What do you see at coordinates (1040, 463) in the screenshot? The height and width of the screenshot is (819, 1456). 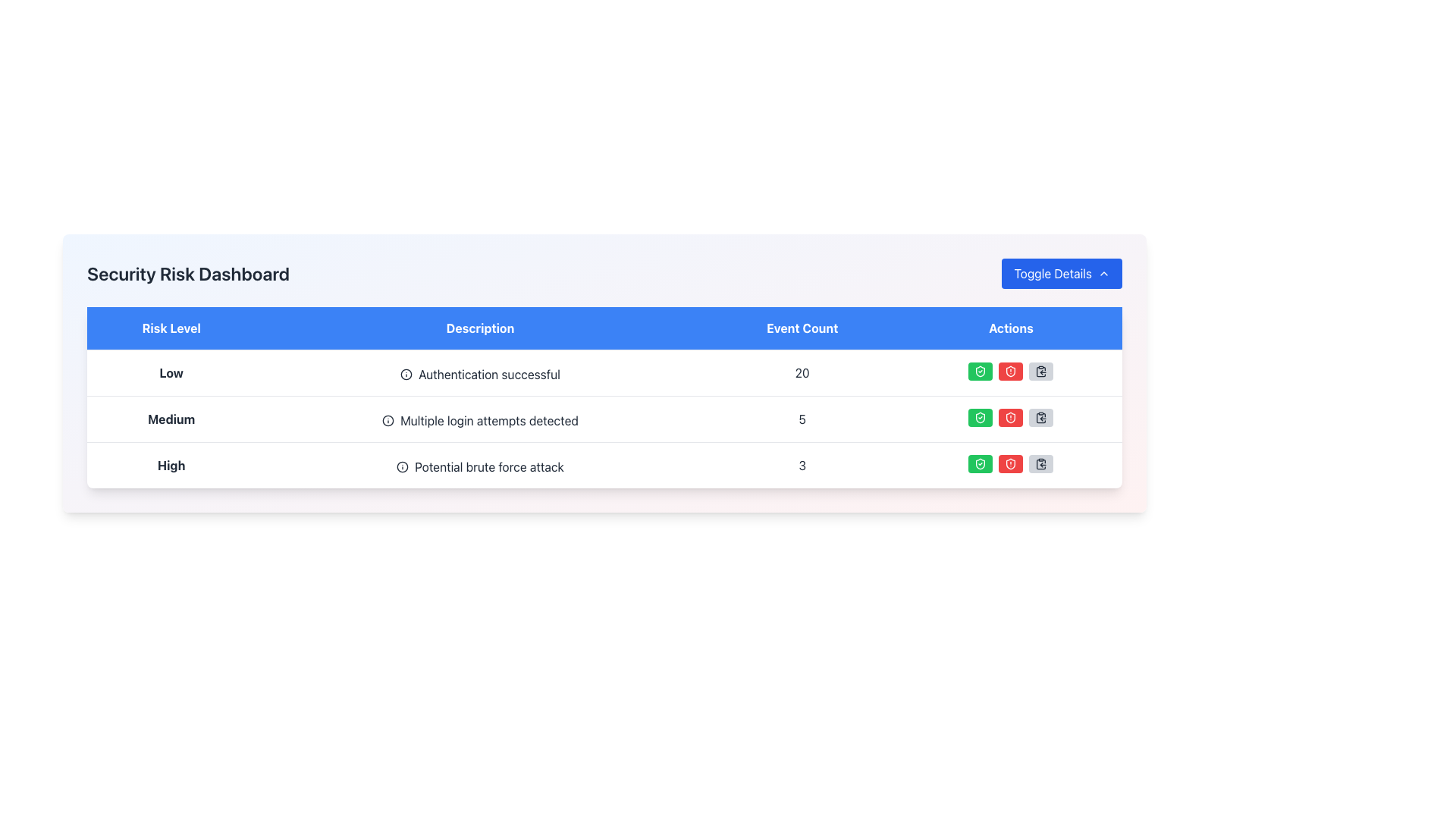 I see `the copy icon button located in the Actions column of the table for the row labeled High in the Risk Level column, which is the fourth button in the sequence` at bounding box center [1040, 463].